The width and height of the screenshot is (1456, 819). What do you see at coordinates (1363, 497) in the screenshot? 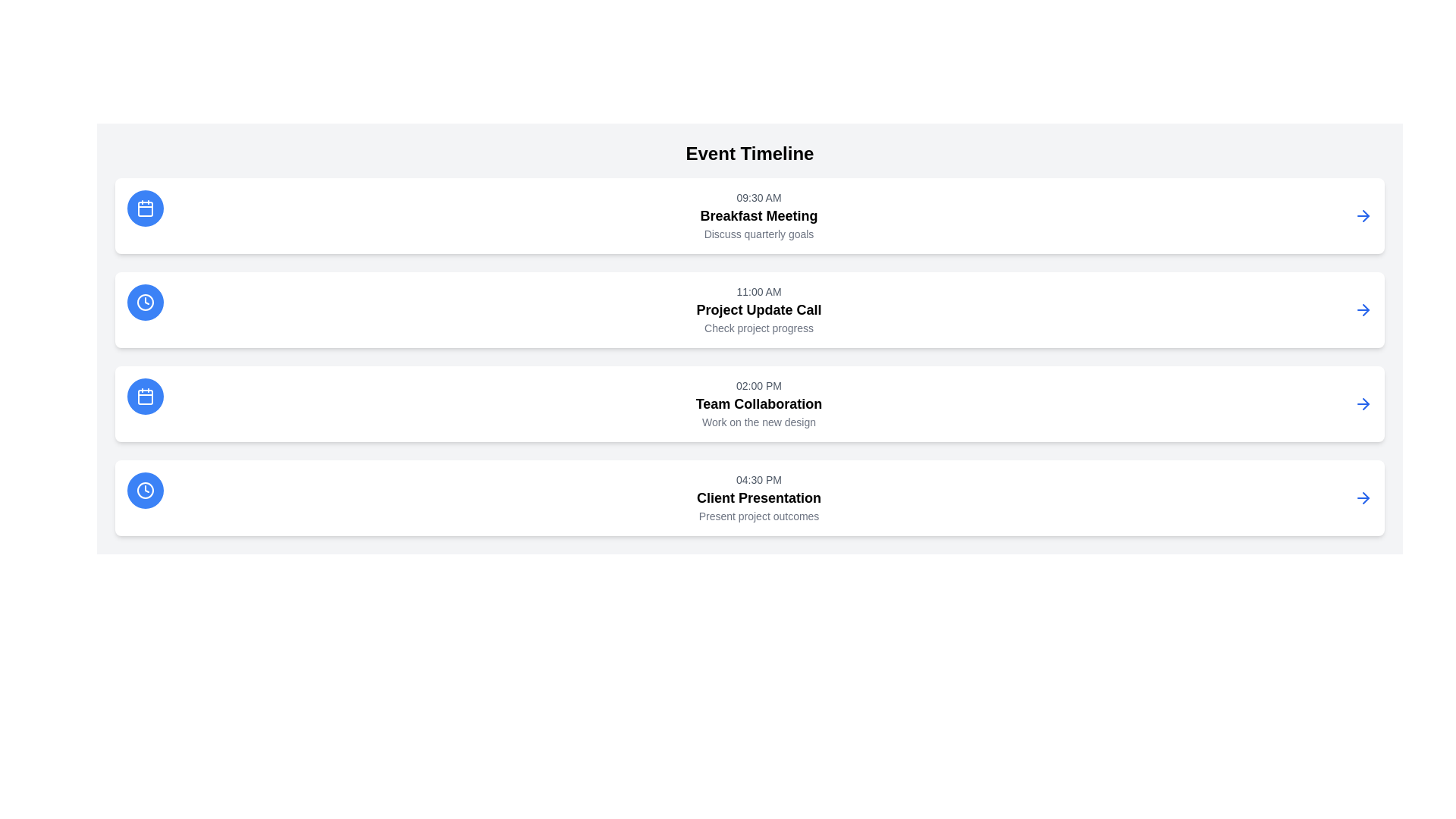
I see `the right-facing blue arrow icon located within the white rectangular card for the 'Client Presentation' event at 04:30 PM` at bounding box center [1363, 497].